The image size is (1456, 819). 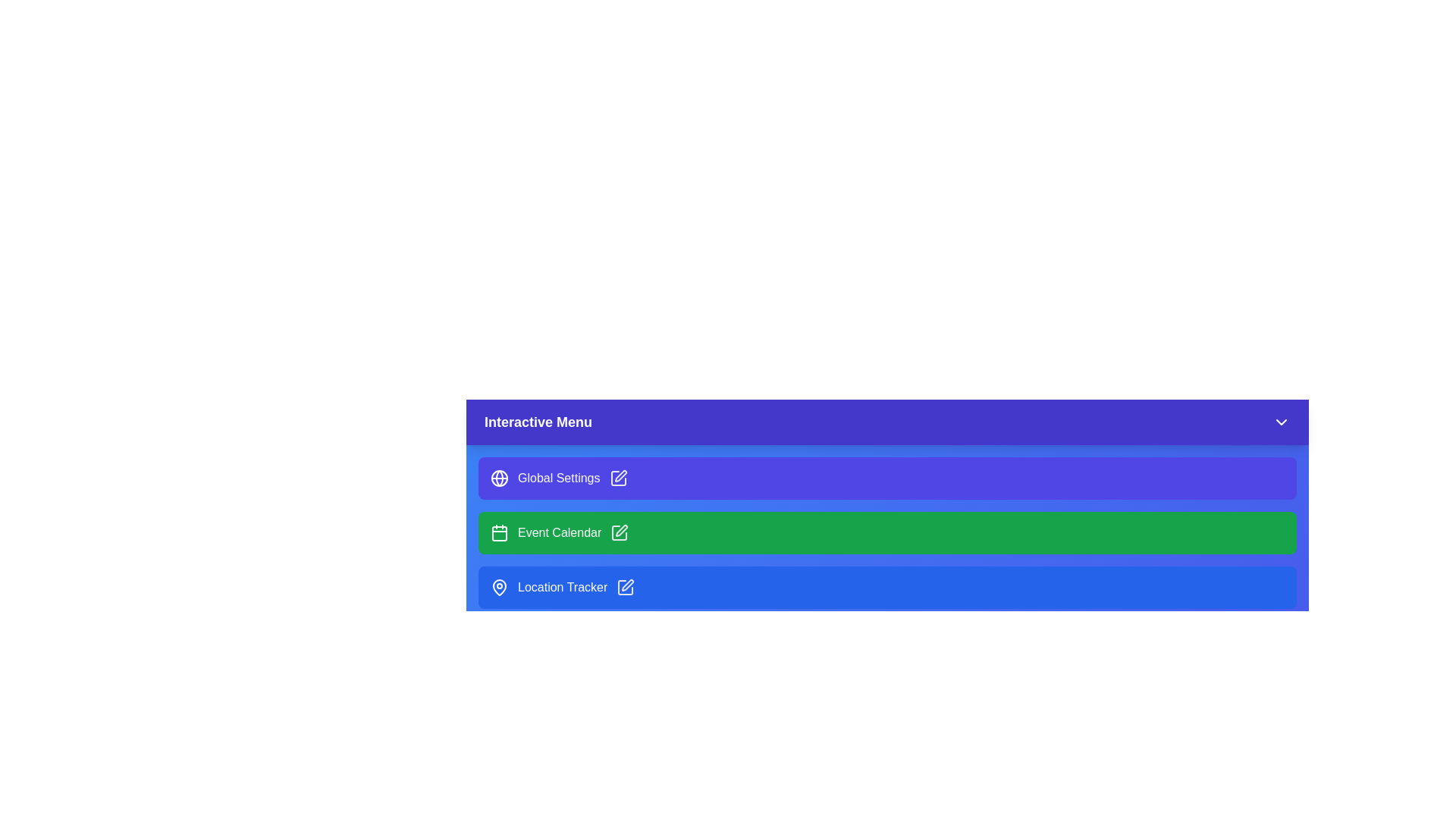 What do you see at coordinates (887, 587) in the screenshot?
I see `the menu item Location Tracker from the interactive menu` at bounding box center [887, 587].